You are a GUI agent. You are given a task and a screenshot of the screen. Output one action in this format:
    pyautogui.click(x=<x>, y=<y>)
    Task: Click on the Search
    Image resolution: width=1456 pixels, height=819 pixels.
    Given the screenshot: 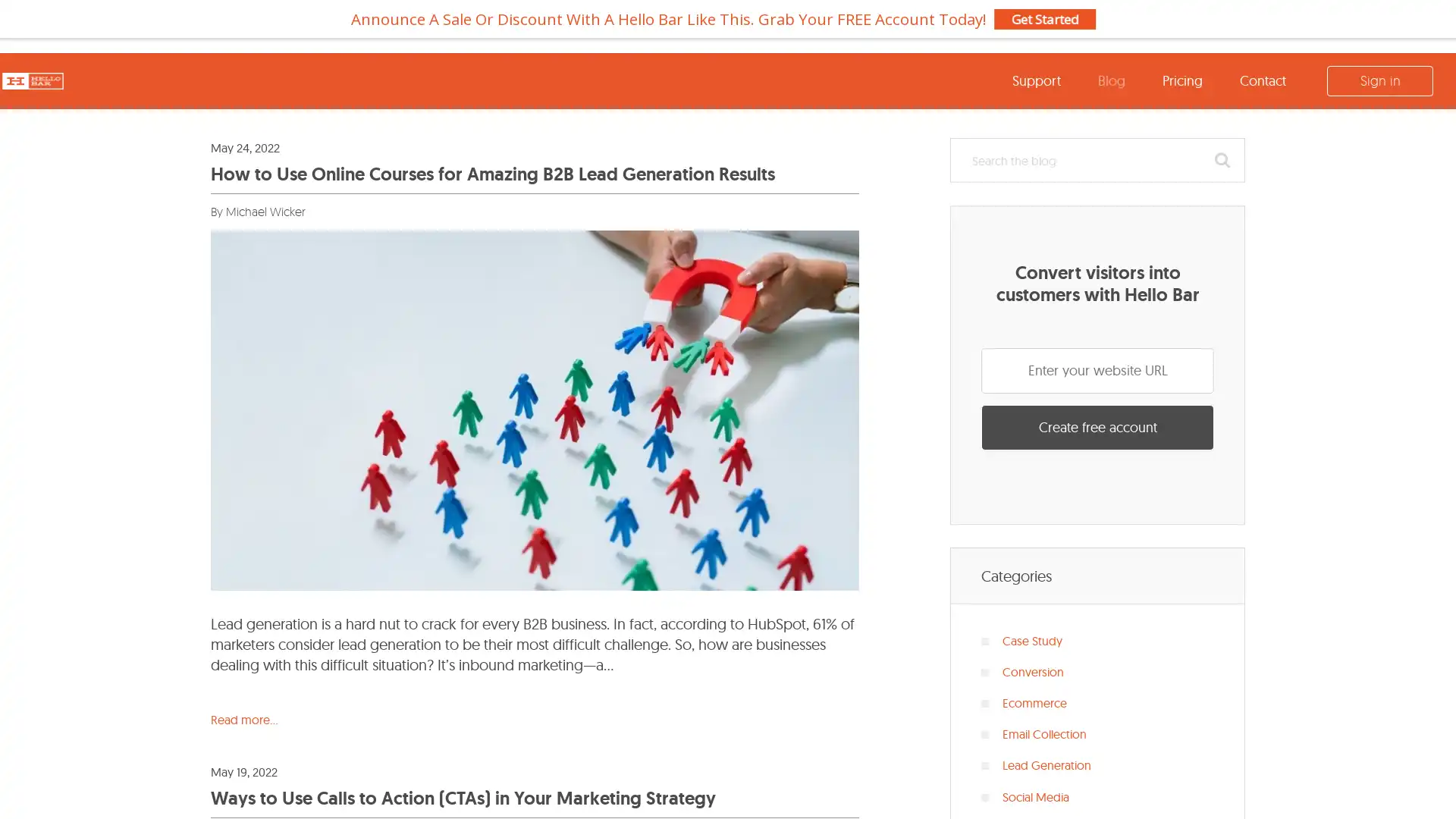 What is the action you would take?
    pyautogui.click(x=1222, y=160)
    